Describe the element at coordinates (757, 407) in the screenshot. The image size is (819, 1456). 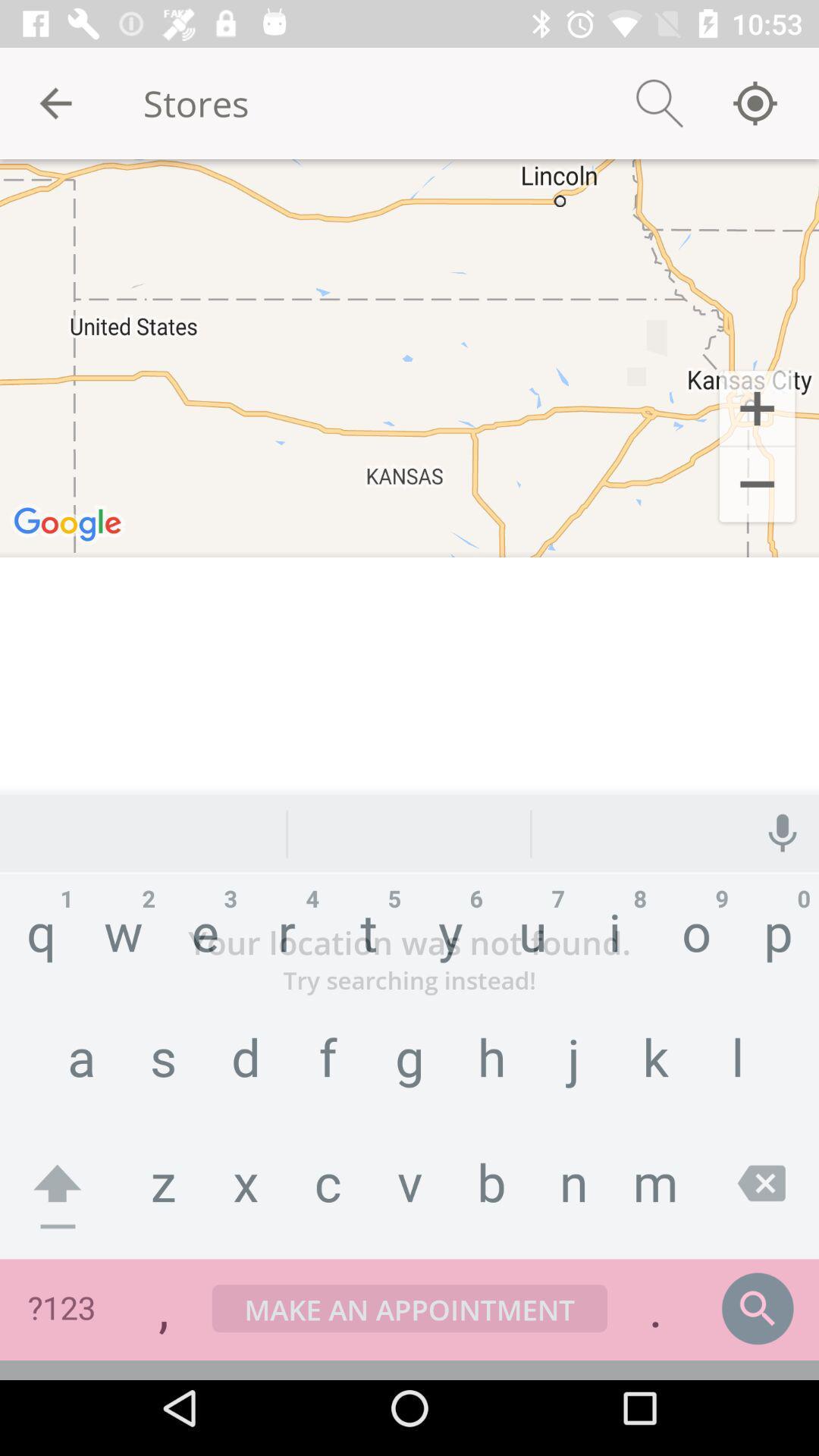
I see `the add icon` at that location.